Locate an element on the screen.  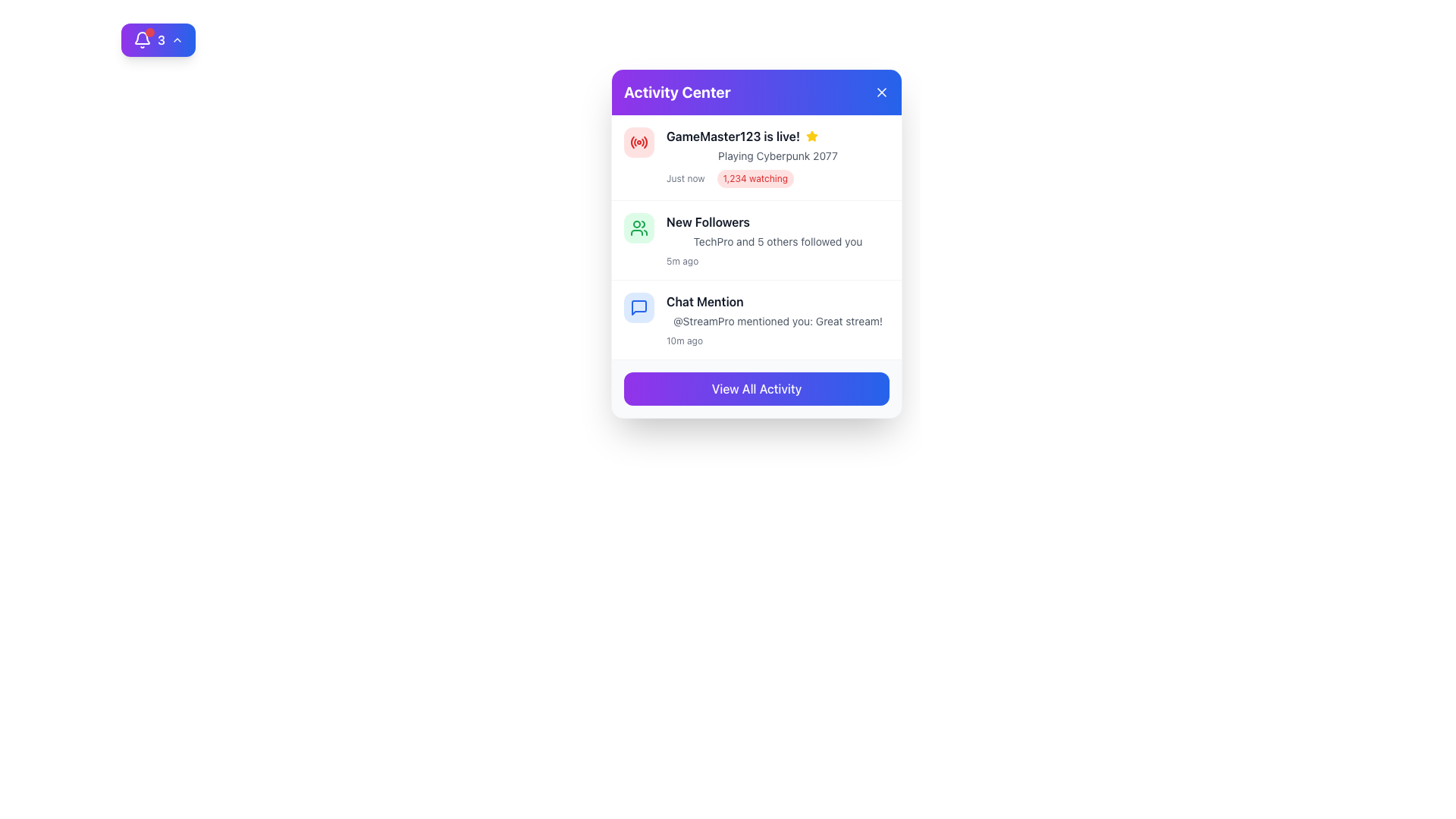
the 'Chat Mention' notification entry in the user activity panel is located at coordinates (757, 318).